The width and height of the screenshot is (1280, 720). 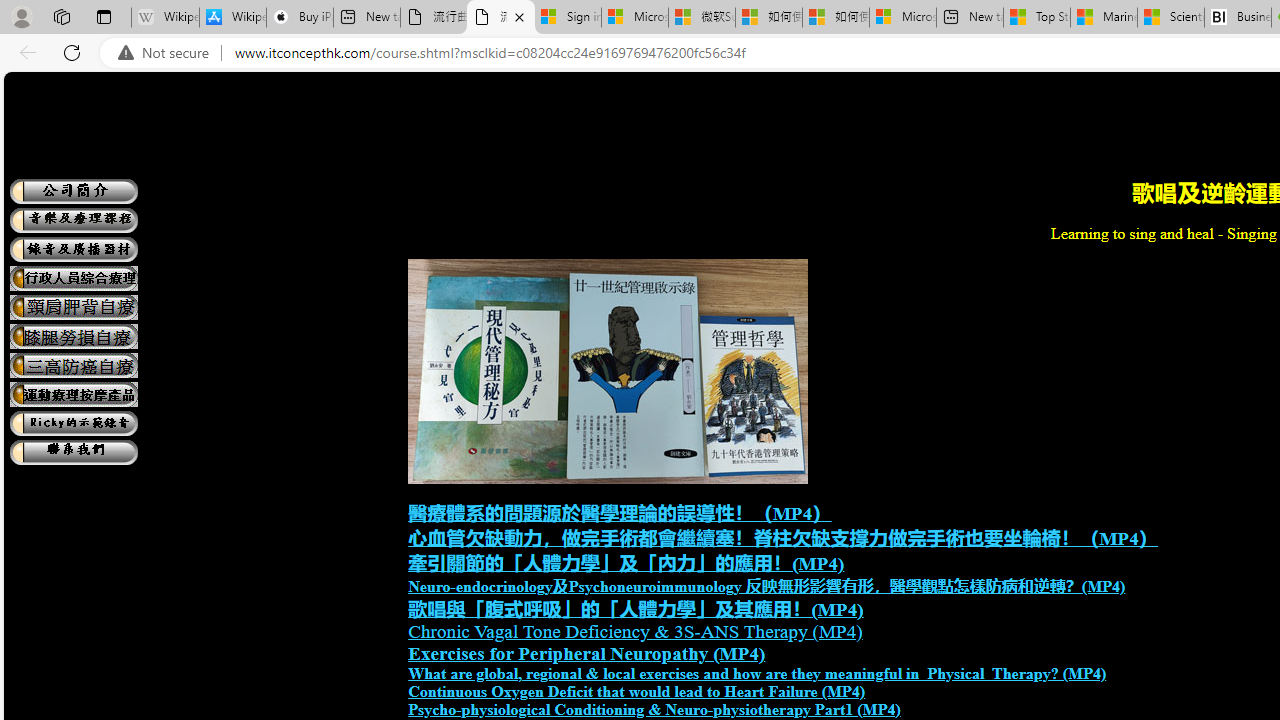 What do you see at coordinates (168, 52) in the screenshot?
I see `'Not secure'` at bounding box center [168, 52].